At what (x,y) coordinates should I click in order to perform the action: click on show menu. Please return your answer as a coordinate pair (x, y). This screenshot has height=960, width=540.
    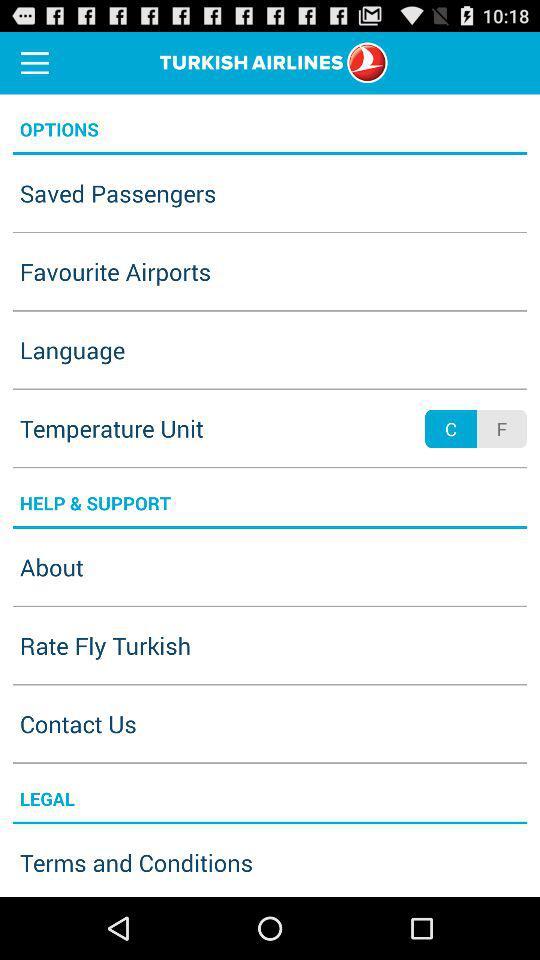
    Looking at the image, I should click on (35, 62).